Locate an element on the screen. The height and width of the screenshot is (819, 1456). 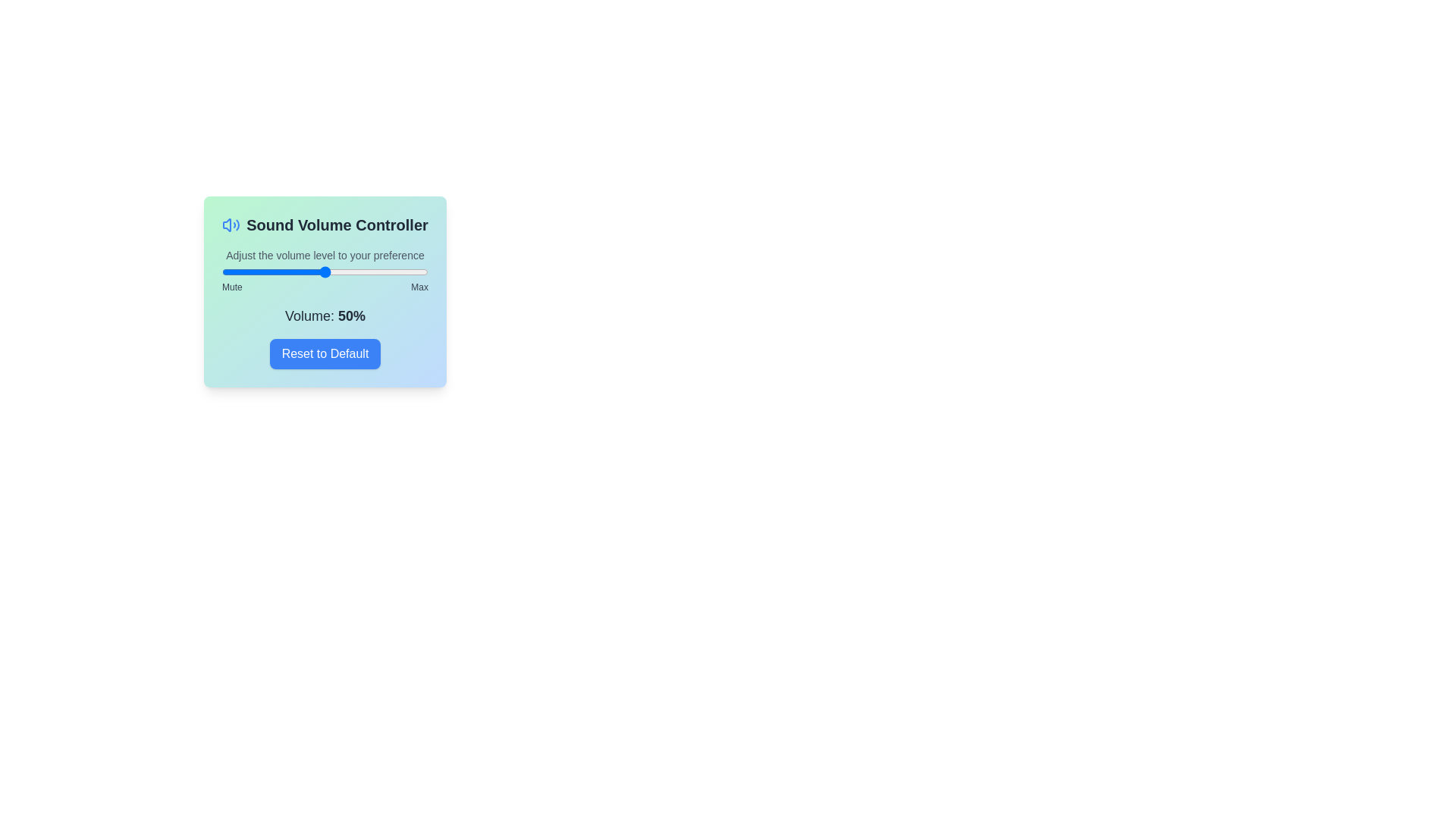
the volume to 18 percent by dragging the slider is located at coordinates (259, 271).